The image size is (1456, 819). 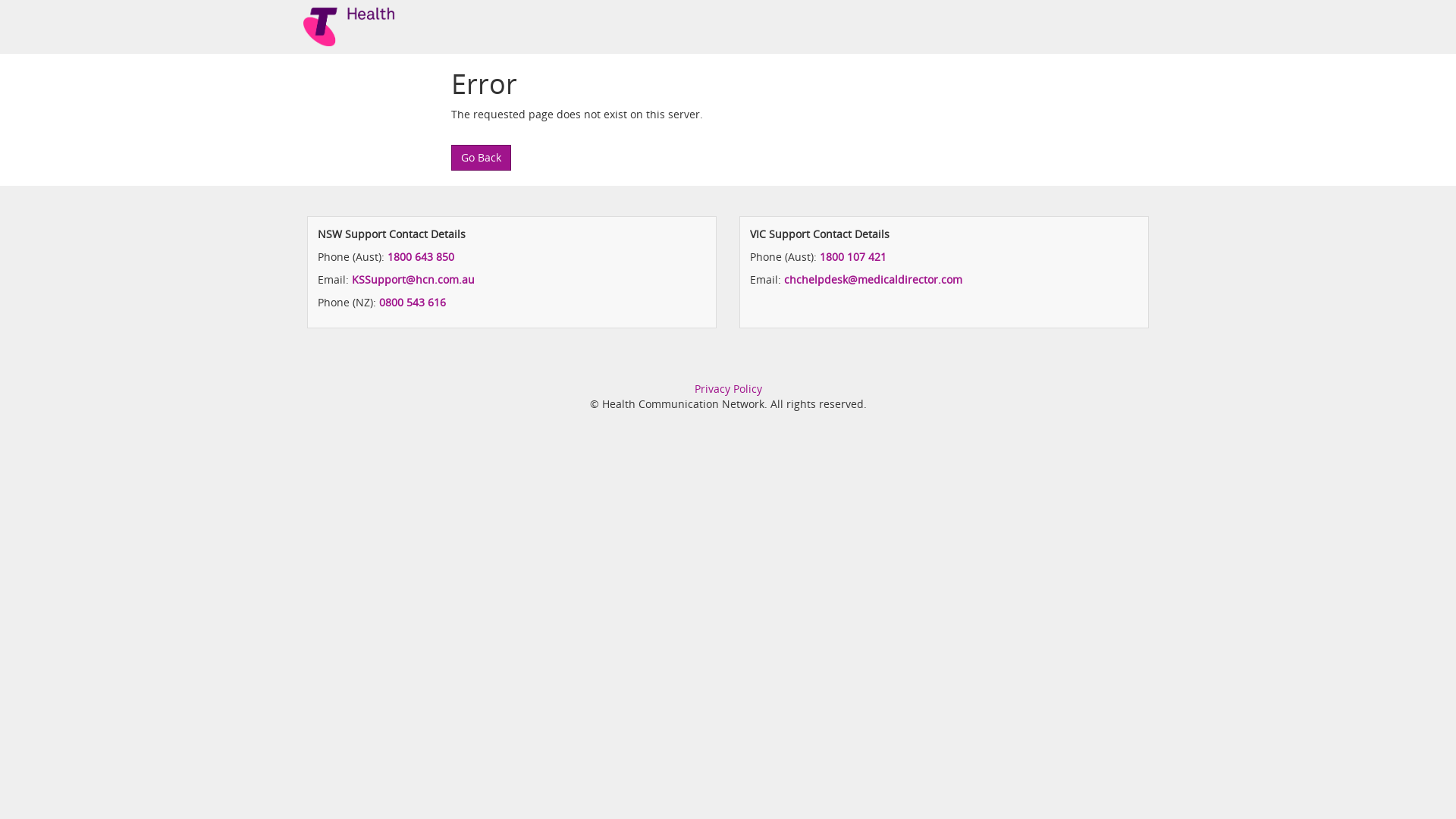 What do you see at coordinates (412, 302) in the screenshot?
I see `'0800 543 616'` at bounding box center [412, 302].